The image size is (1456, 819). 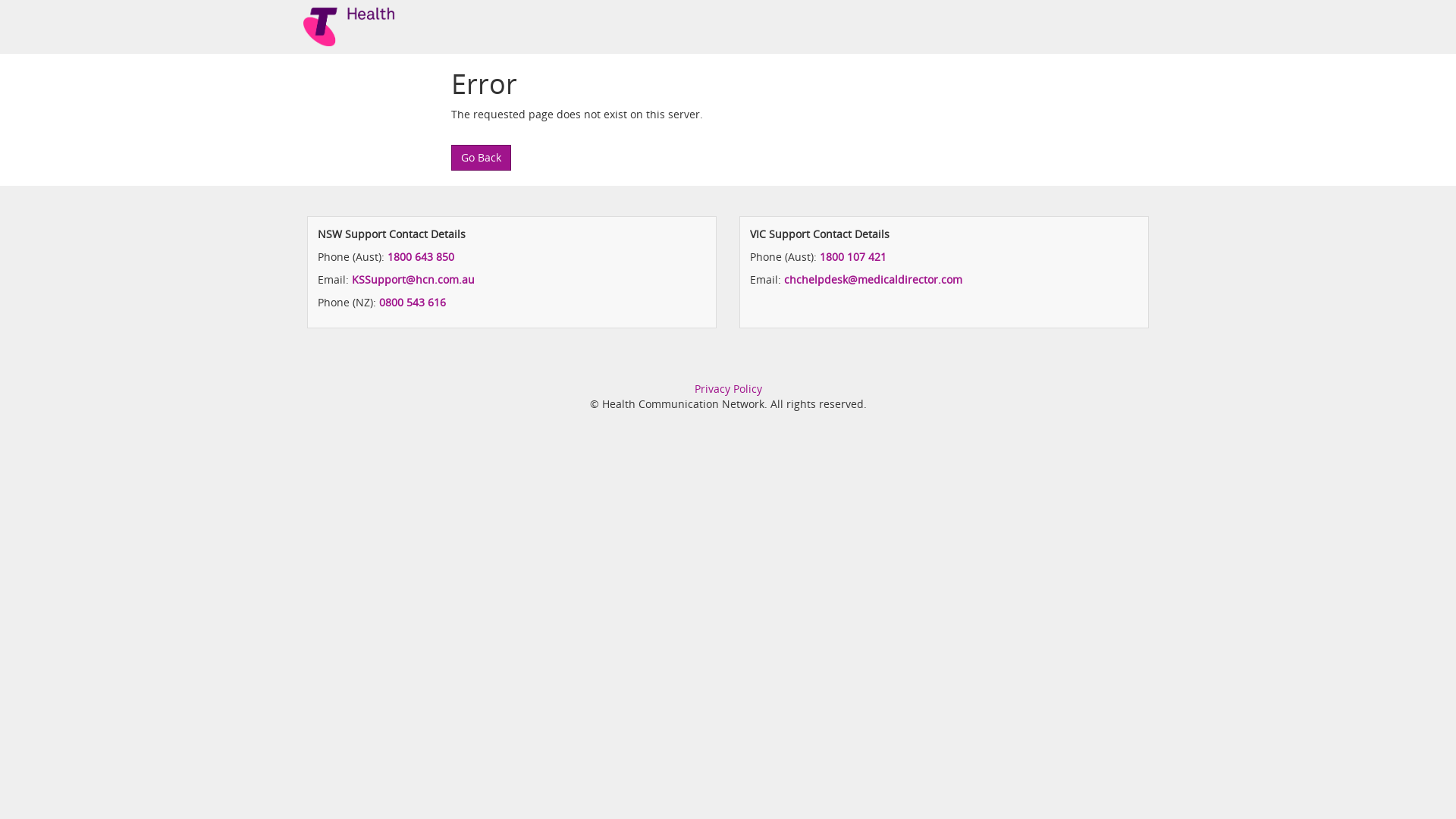 What do you see at coordinates (412, 302) in the screenshot?
I see `'0800 543 616'` at bounding box center [412, 302].